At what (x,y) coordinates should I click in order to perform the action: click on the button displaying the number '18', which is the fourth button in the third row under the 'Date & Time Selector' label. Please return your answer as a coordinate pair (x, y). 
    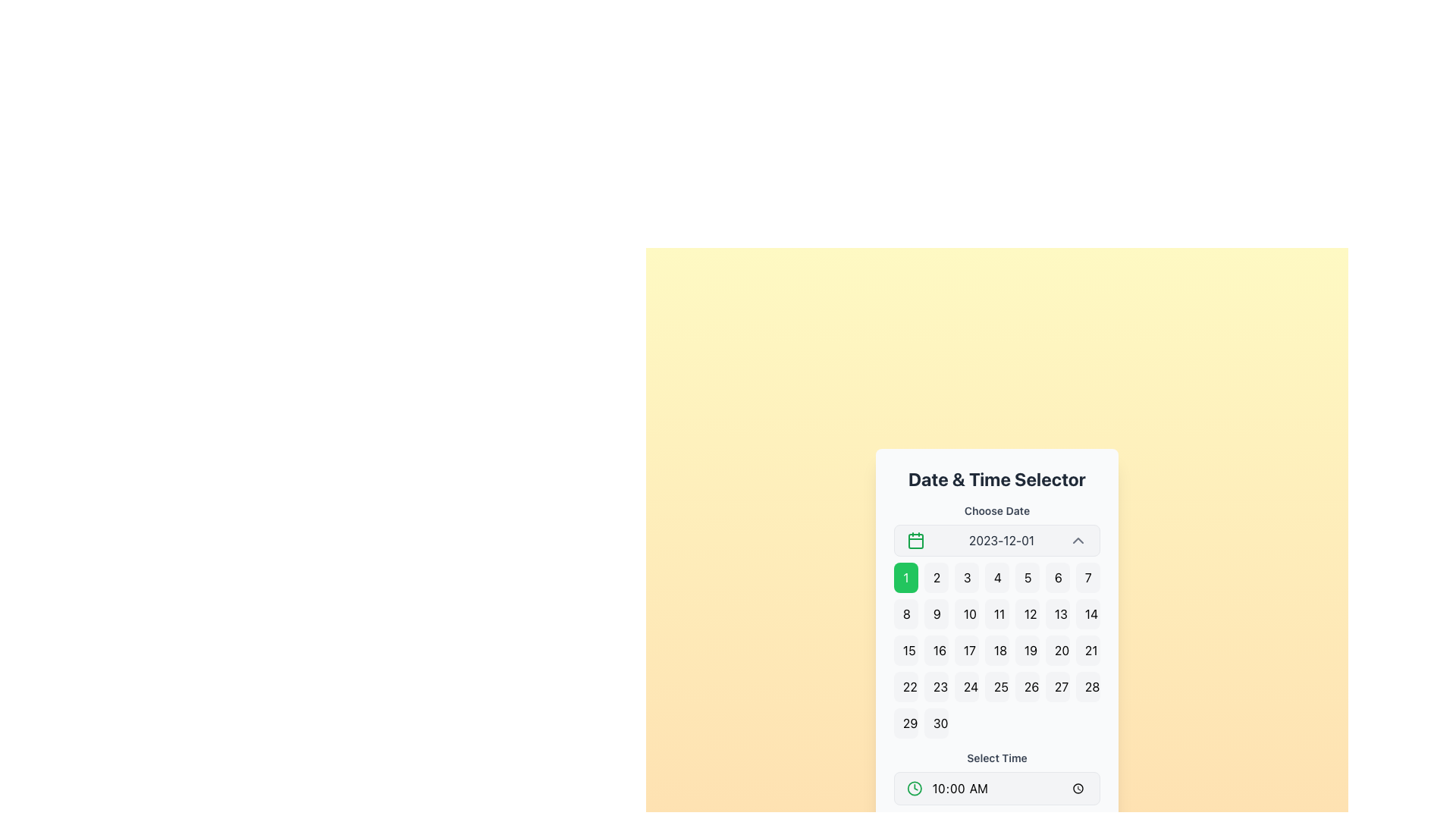
    Looking at the image, I should click on (997, 649).